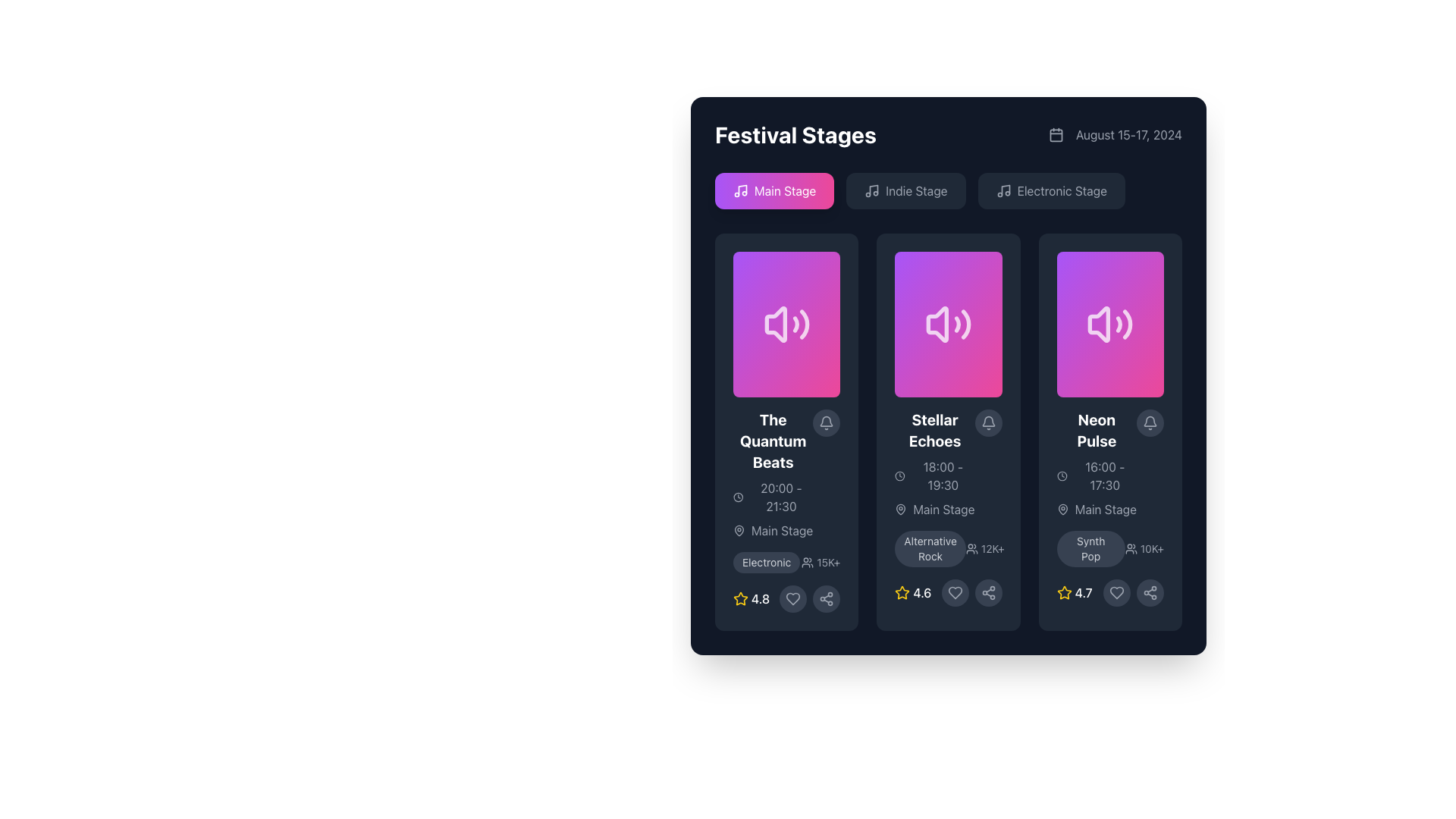 This screenshot has height=819, width=1456. What do you see at coordinates (1061, 475) in the screenshot?
I see `the clock icon located in the event details section for 'Neon Pulse', which is positioned to the left of the time text '16:00 - 17:30'` at bounding box center [1061, 475].